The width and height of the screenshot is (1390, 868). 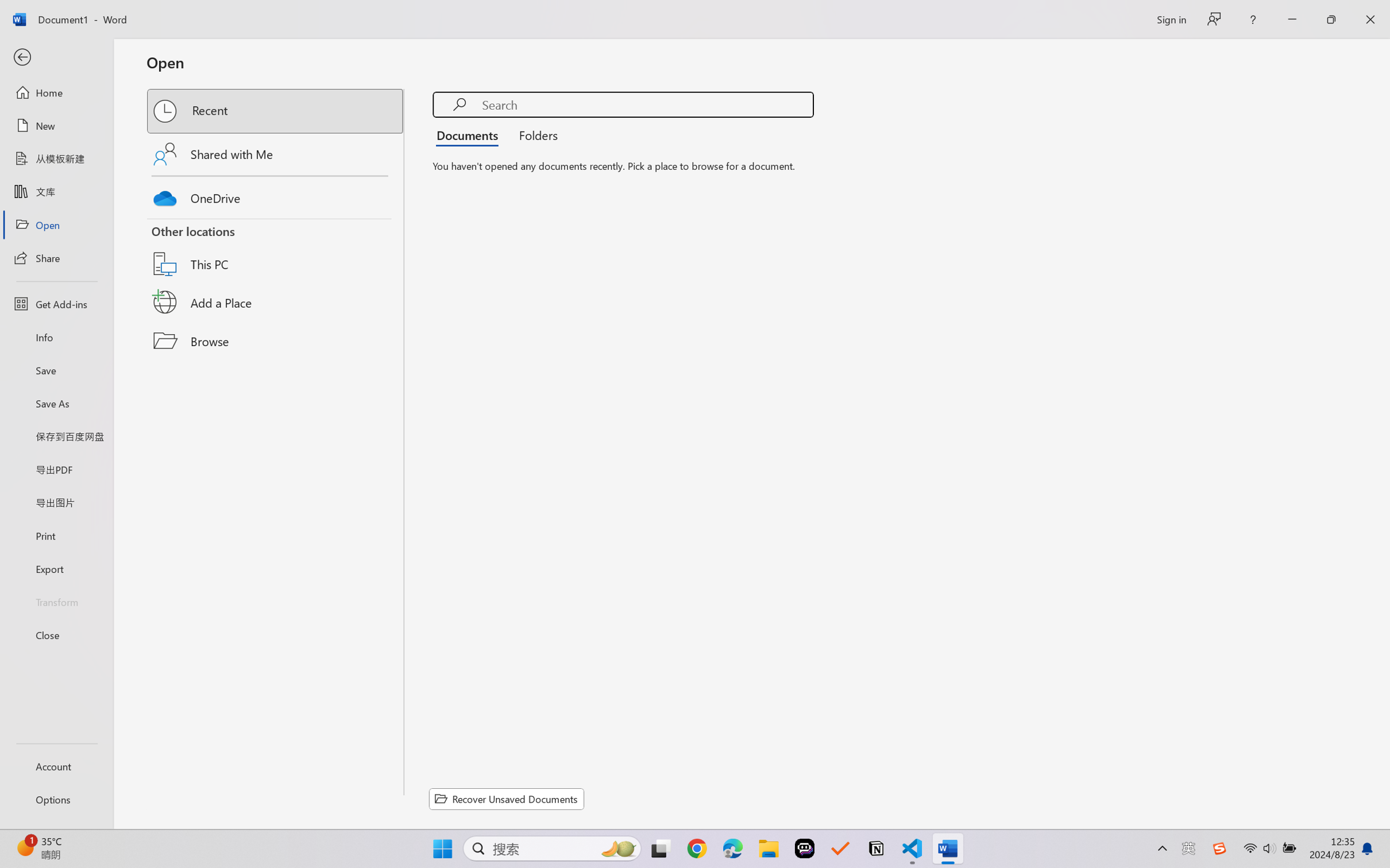 What do you see at coordinates (56, 536) in the screenshot?
I see `'Print'` at bounding box center [56, 536].